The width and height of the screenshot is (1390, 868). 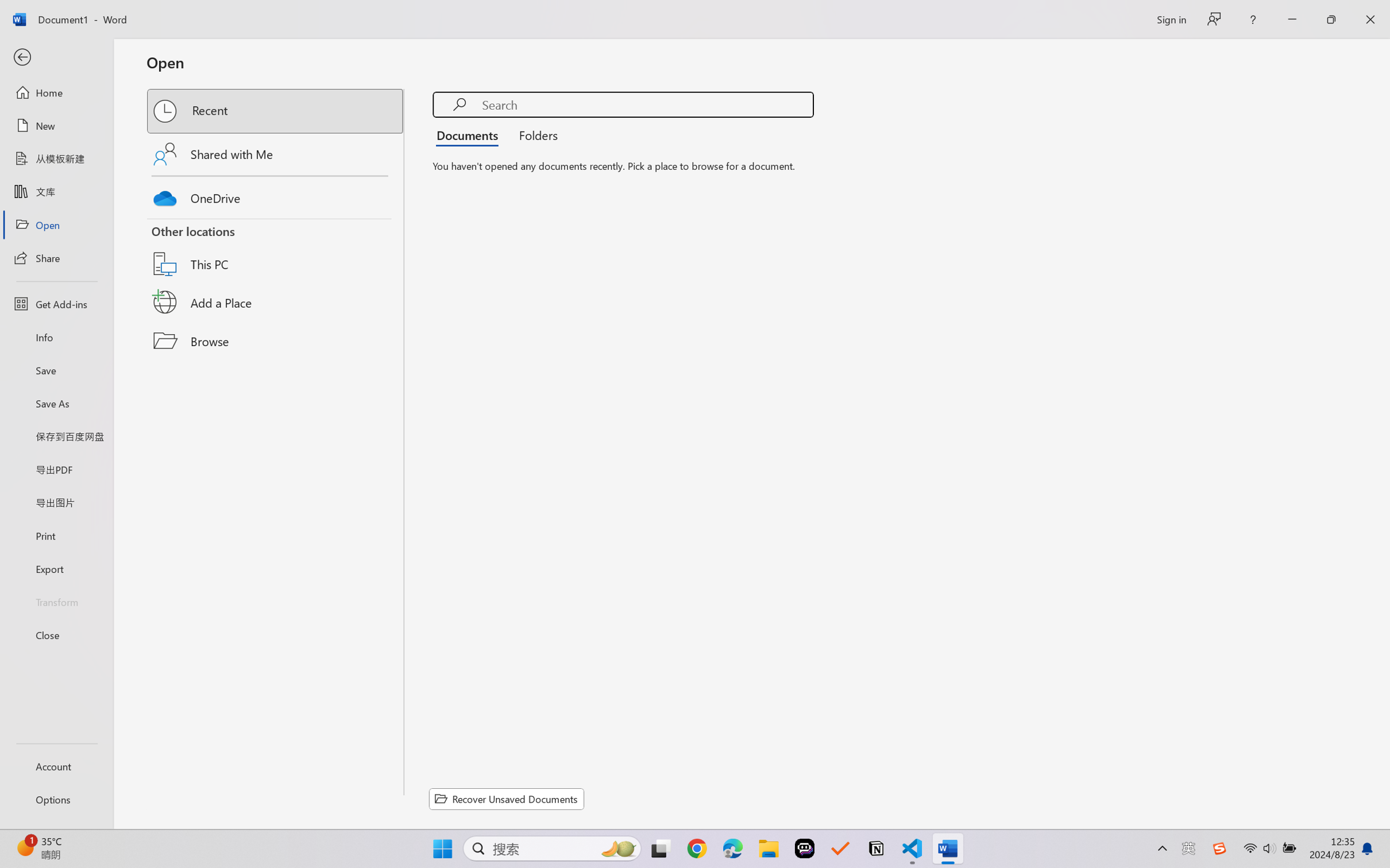 What do you see at coordinates (56, 536) in the screenshot?
I see `'Print'` at bounding box center [56, 536].